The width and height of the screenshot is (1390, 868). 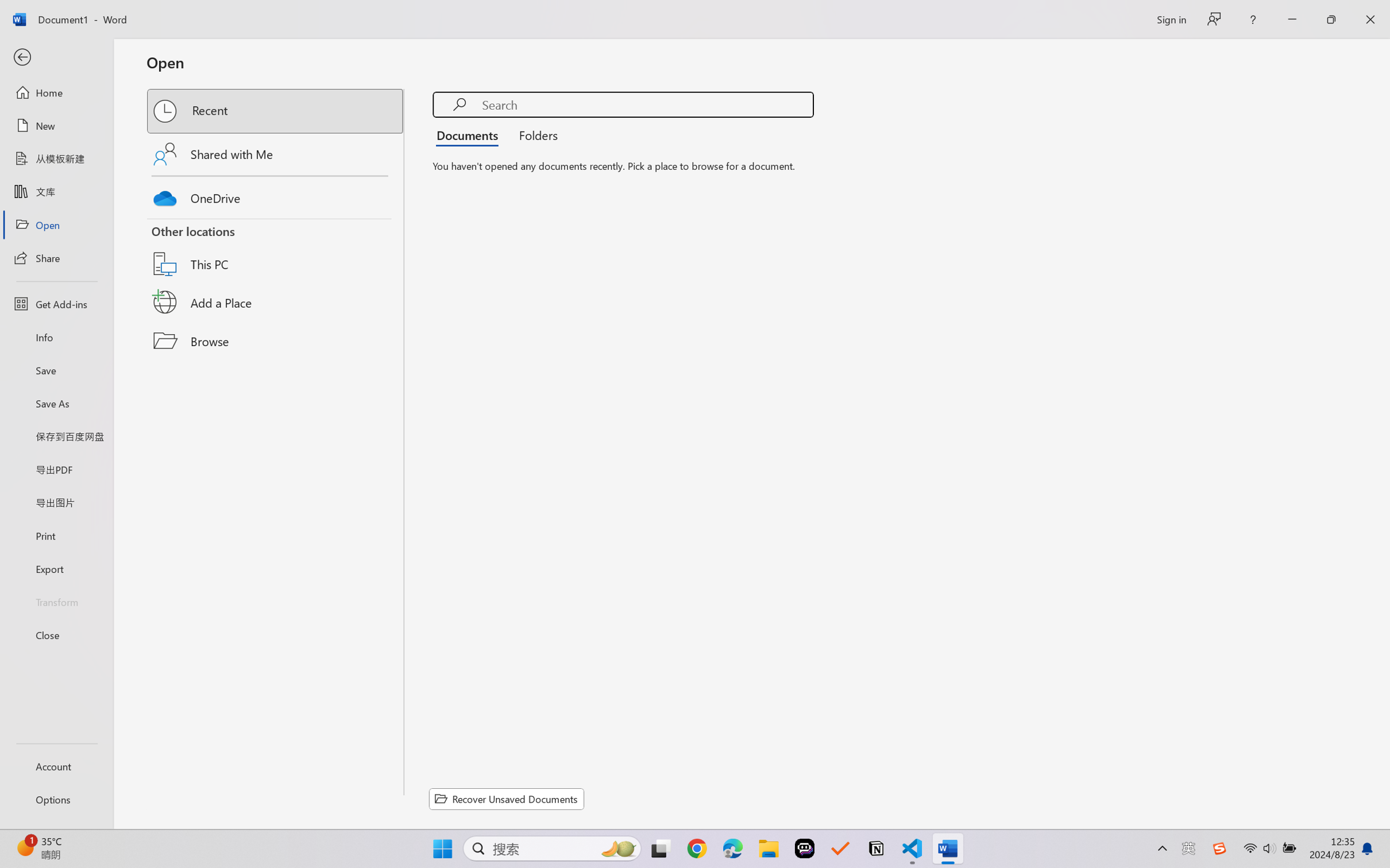 What do you see at coordinates (56, 536) in the screenshot?
I see `'Print'` at bounding box center [56, 536].